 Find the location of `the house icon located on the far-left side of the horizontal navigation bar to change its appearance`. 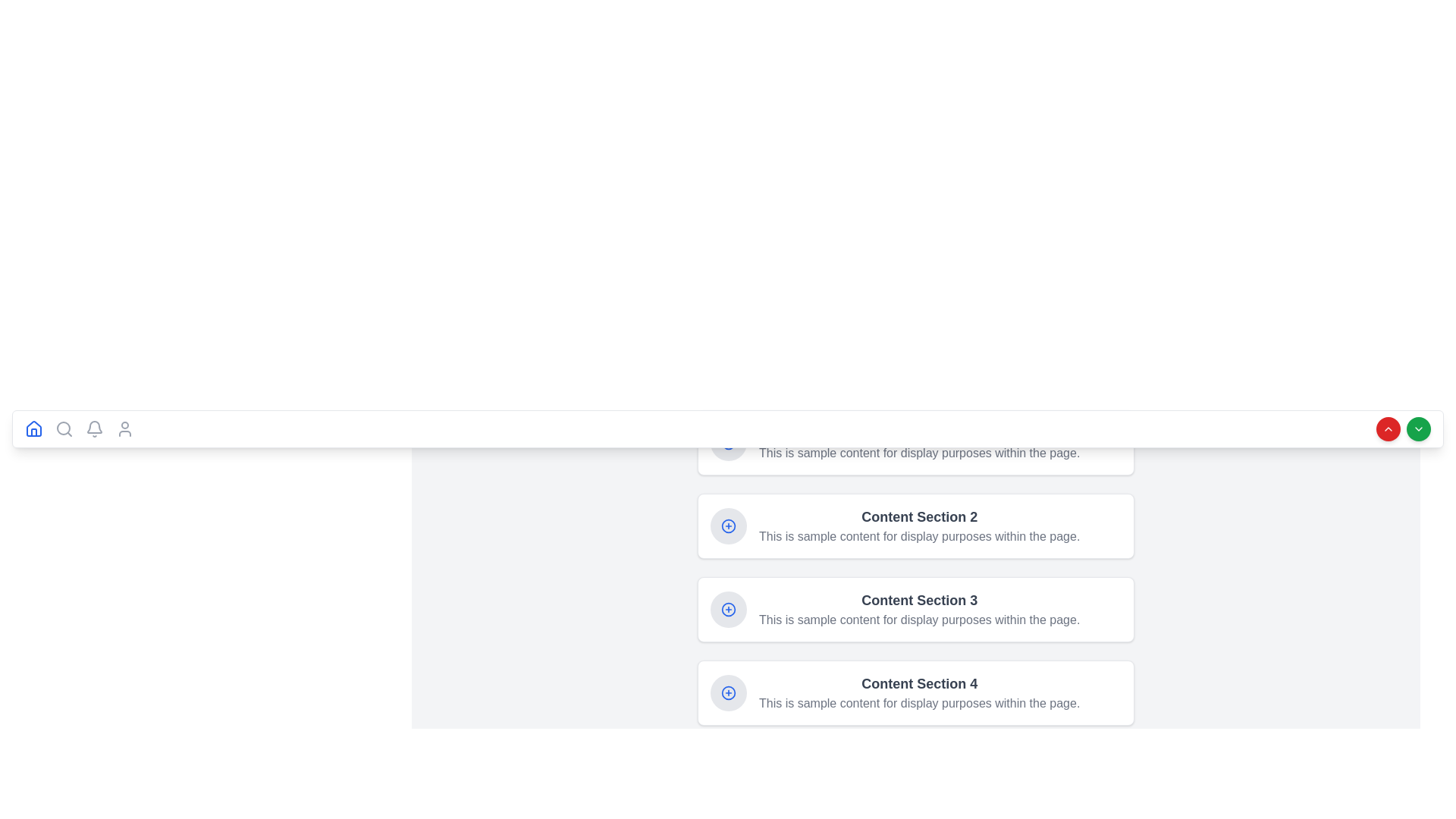

the house icon located on the far-left side of the horizontal navigation bar to change its appearance is located at coordinates (33, 429).